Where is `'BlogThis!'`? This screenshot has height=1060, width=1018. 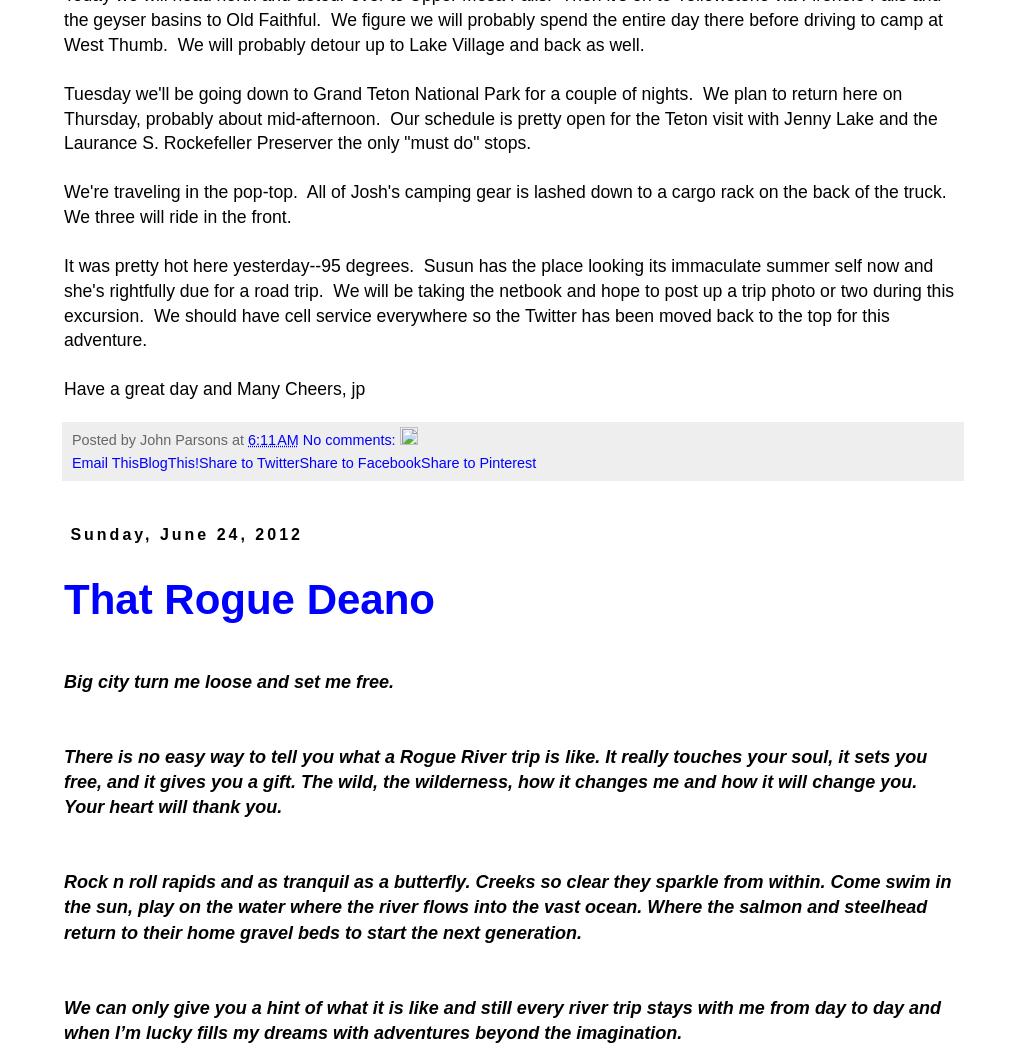
'BlogThis!' is located at coordinates (167, 462).